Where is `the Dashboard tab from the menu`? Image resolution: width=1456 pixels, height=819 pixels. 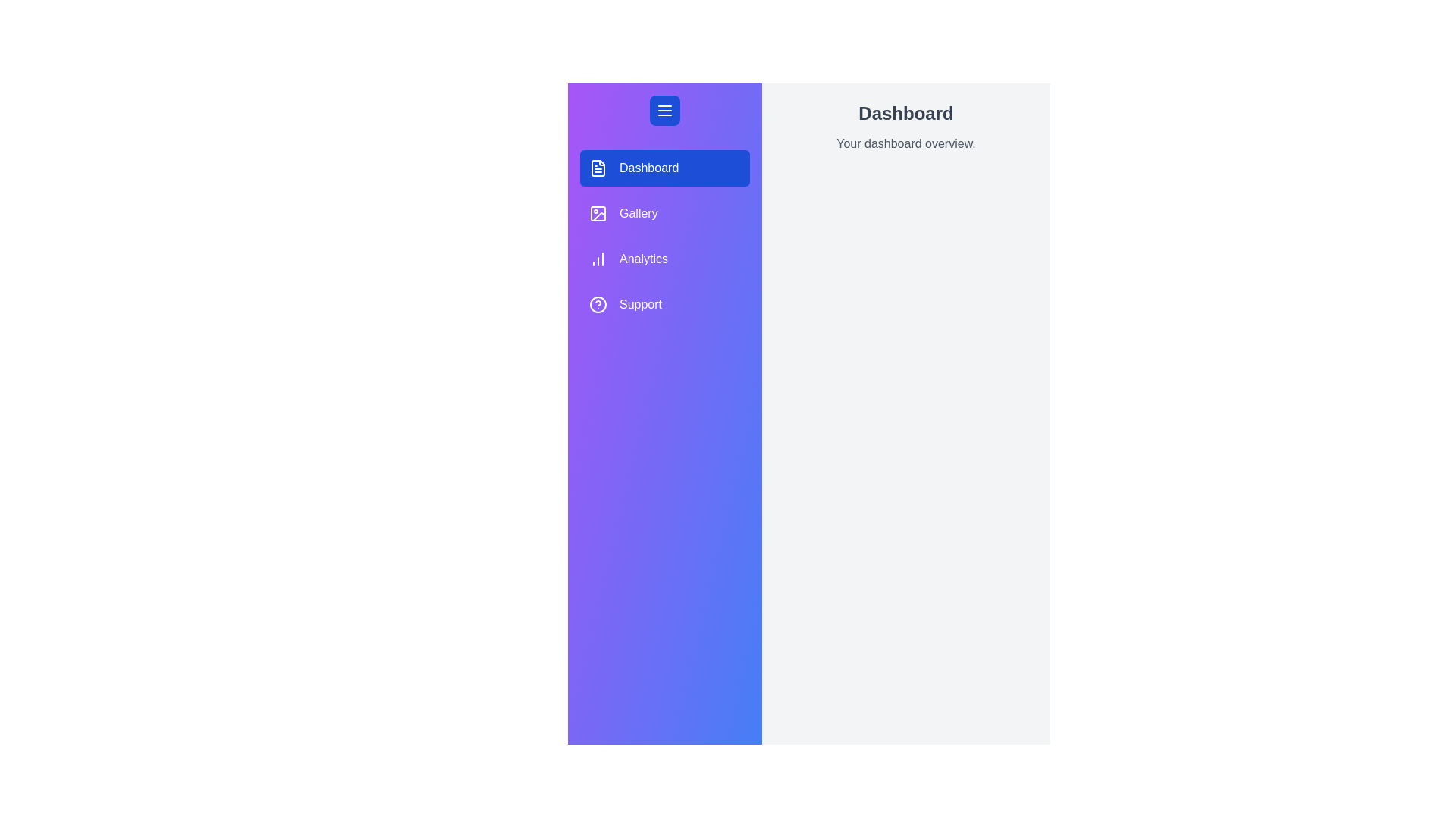
the Dashboard tab from the menu is located at coordinates (665, 168).